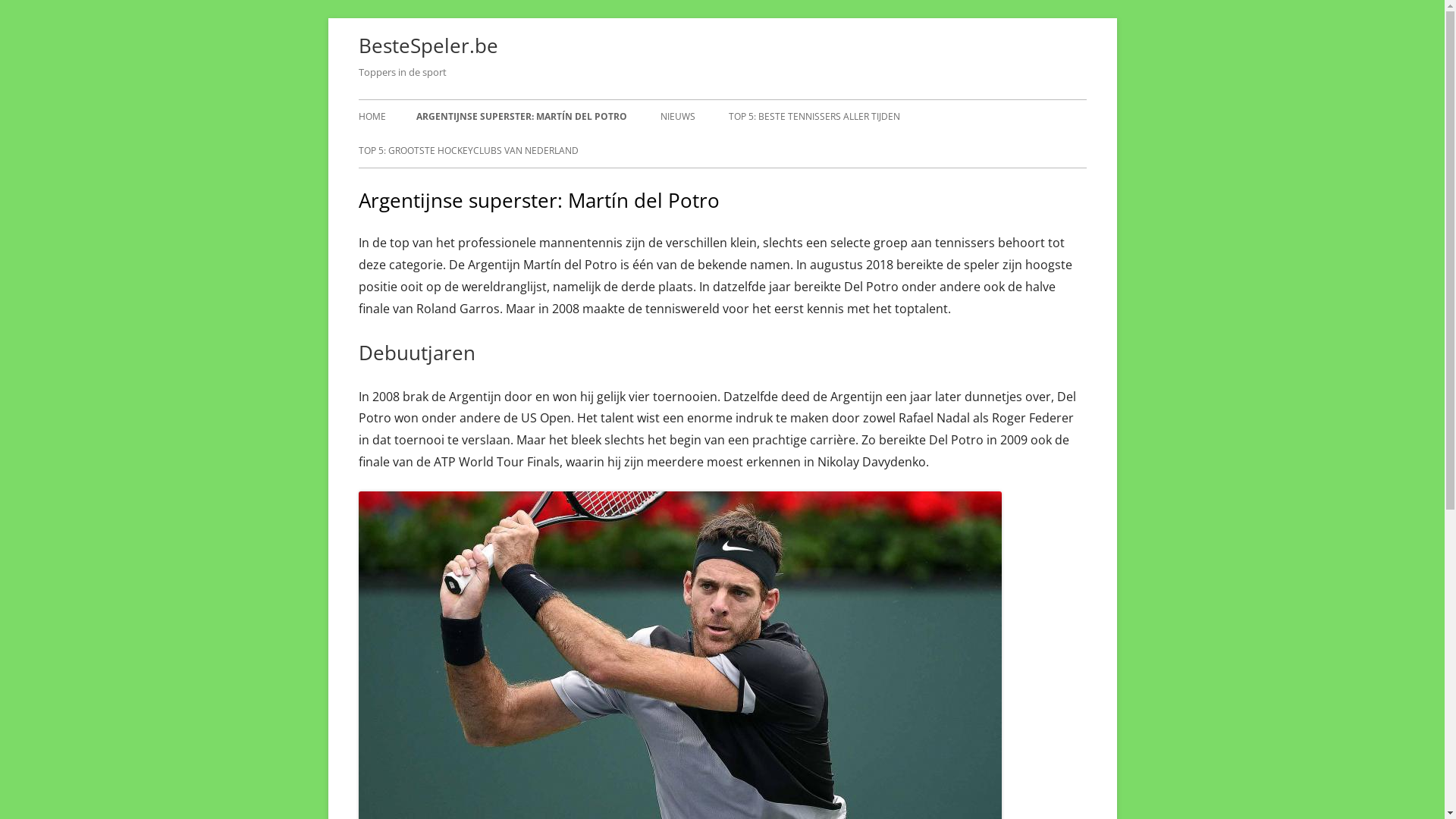  What do you see at coordinates (676, 116) in the screenshot?
I see `'NIEUWS'` at bounding box center [676, 116].